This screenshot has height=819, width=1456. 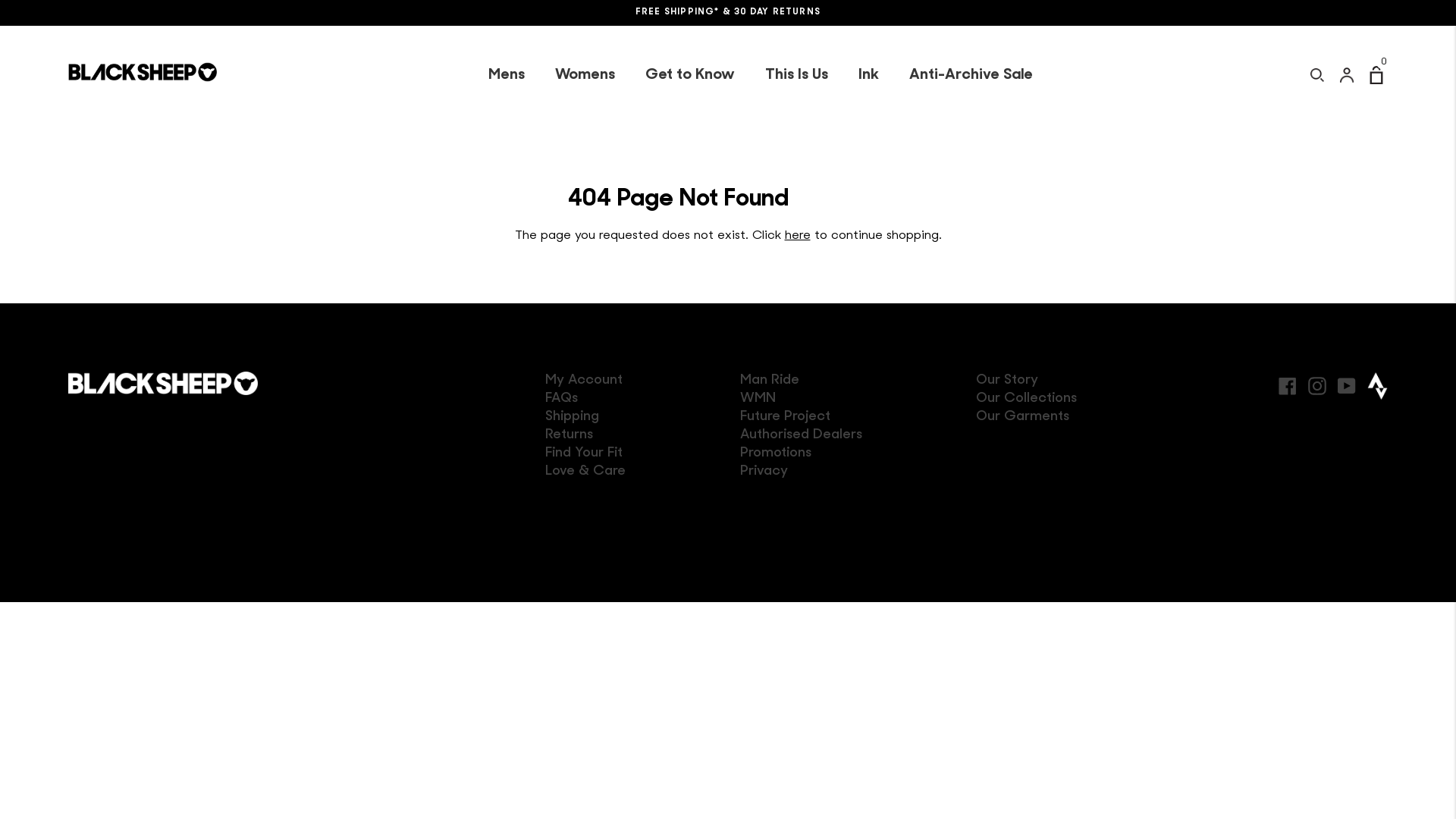 I want to click on 'Privacy', so click(x=764, y=470).